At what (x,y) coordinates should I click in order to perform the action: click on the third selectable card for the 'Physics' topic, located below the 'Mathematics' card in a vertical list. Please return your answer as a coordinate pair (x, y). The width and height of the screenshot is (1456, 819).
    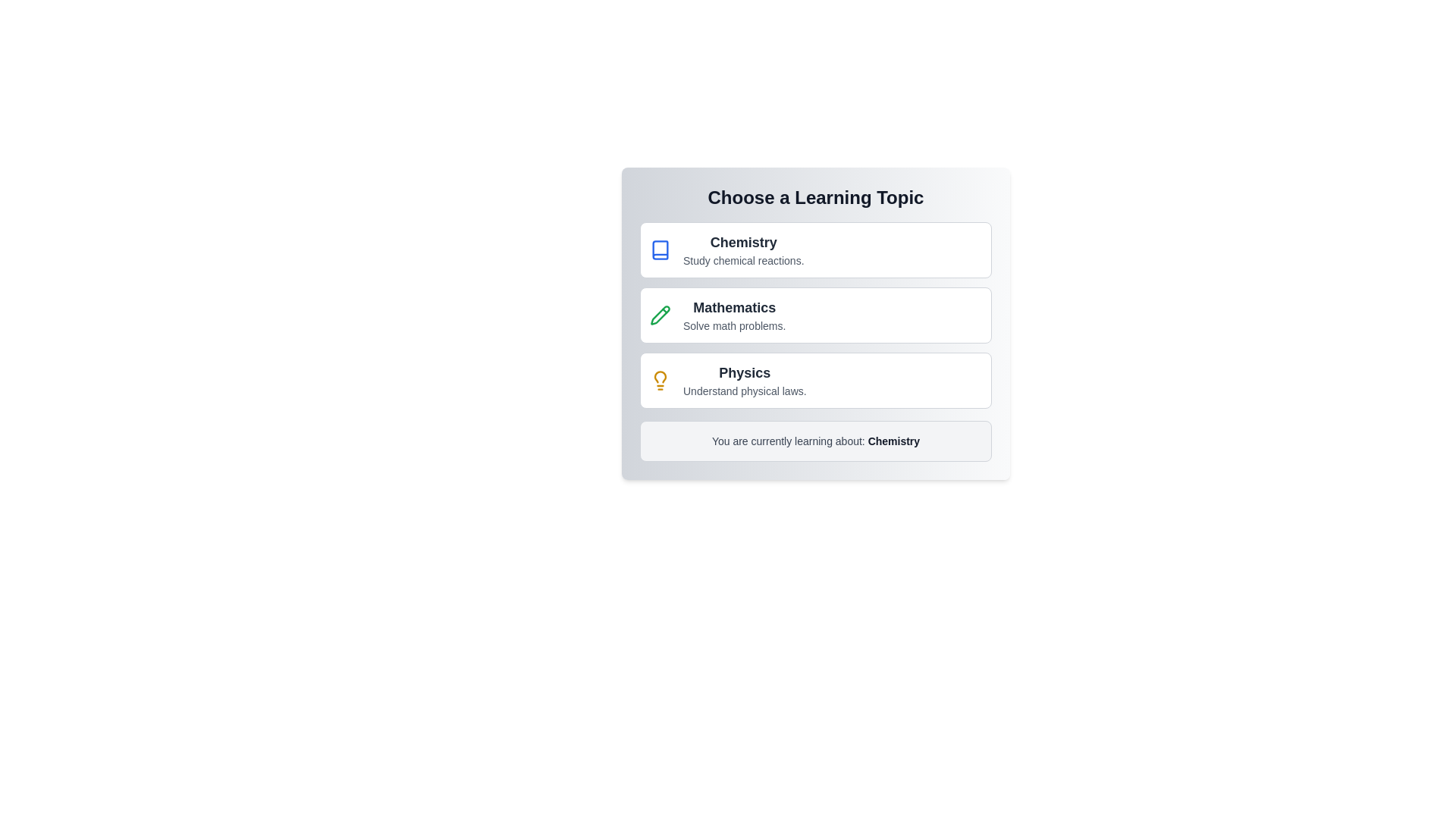
    Looking at the image, I should click on (814, 379).